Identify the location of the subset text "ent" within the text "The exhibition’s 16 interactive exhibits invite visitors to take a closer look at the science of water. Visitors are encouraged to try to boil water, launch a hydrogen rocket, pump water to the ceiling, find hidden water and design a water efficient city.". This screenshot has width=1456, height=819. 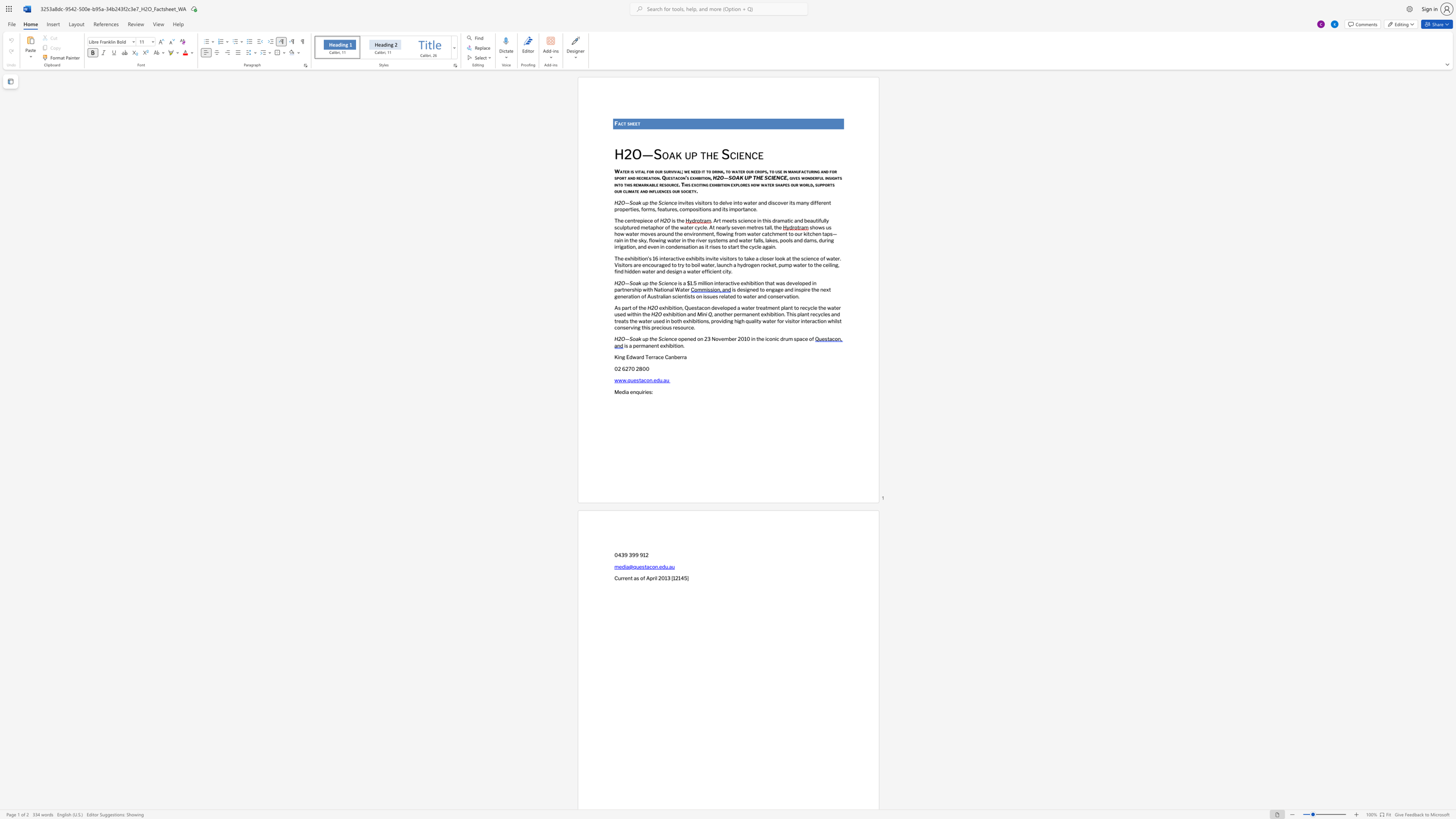
(713, 271).